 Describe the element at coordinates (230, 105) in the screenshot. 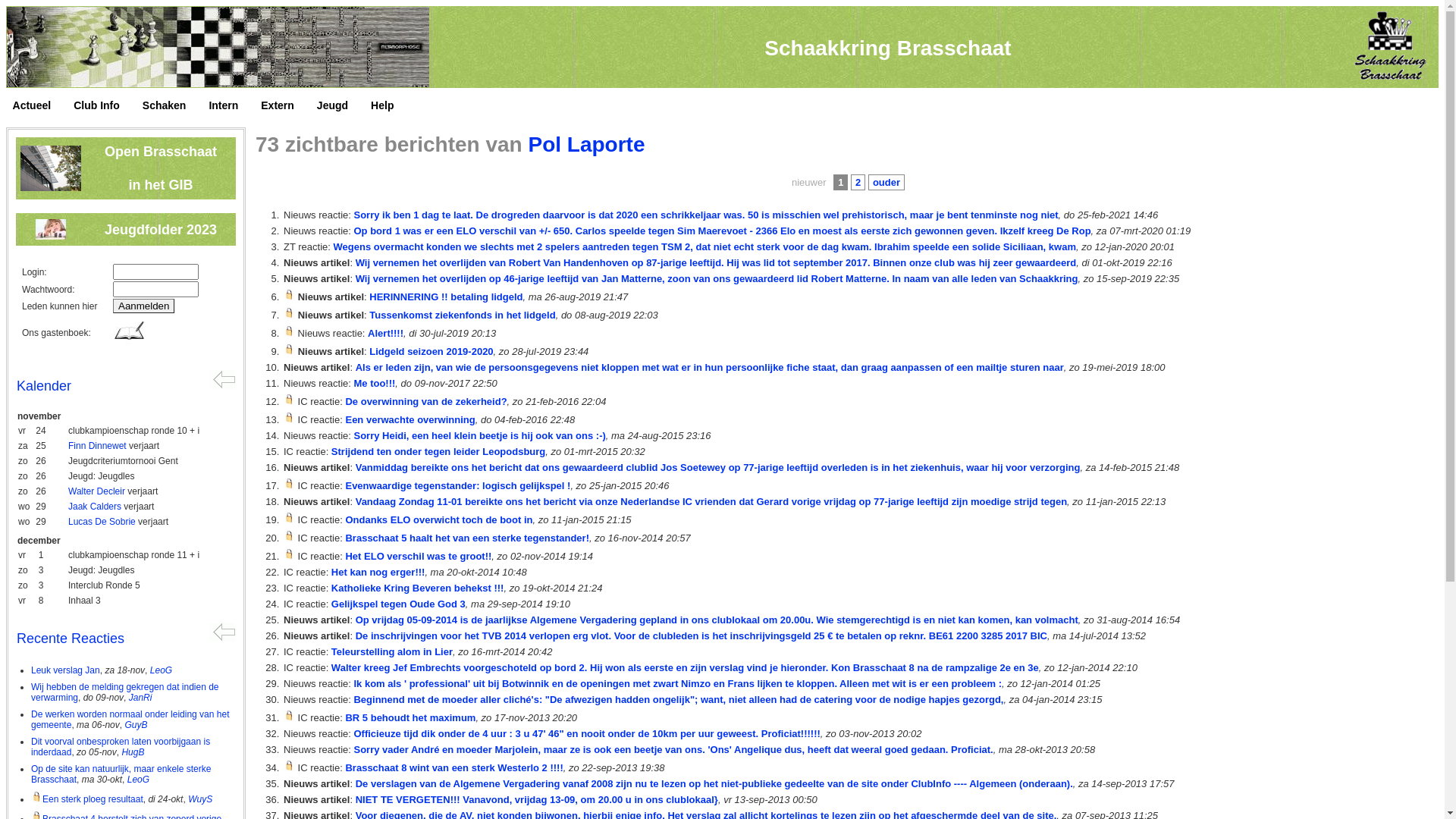

I see `'Intern'` at that location.